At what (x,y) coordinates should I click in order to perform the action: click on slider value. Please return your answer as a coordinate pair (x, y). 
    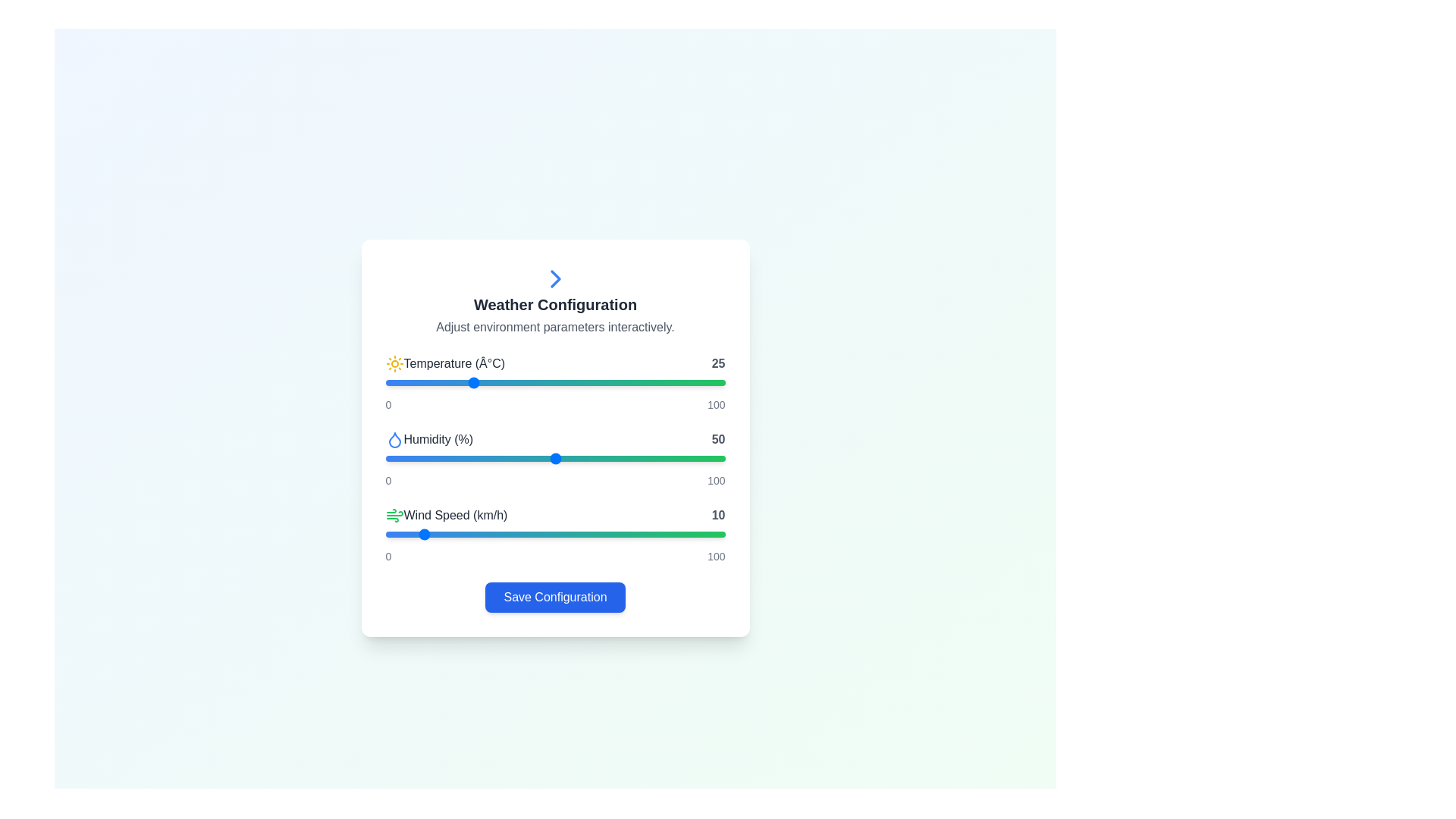
    Looking at the image, I should click on (479, 382).